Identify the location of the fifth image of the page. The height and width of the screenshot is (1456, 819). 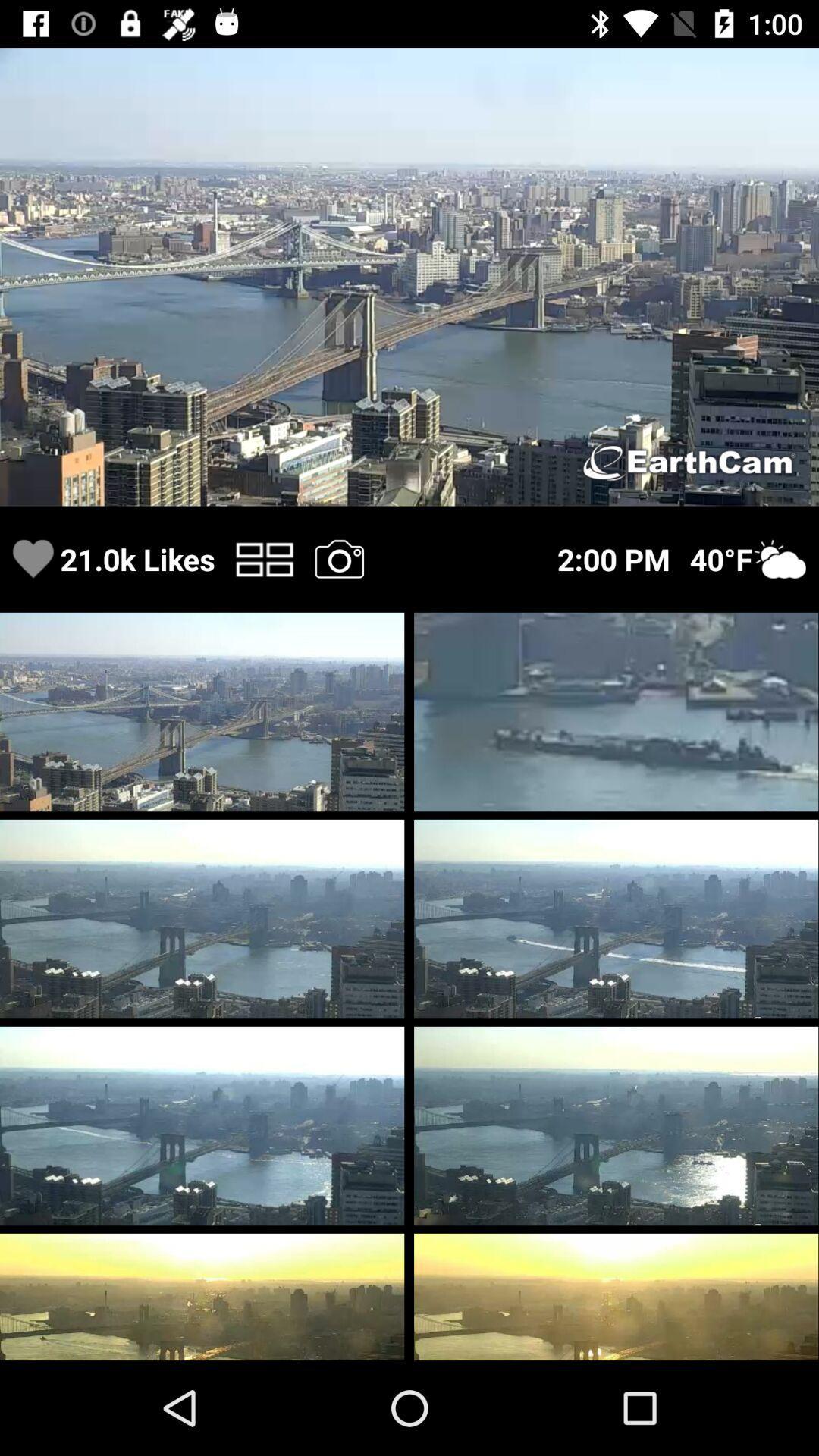
(616, 918).